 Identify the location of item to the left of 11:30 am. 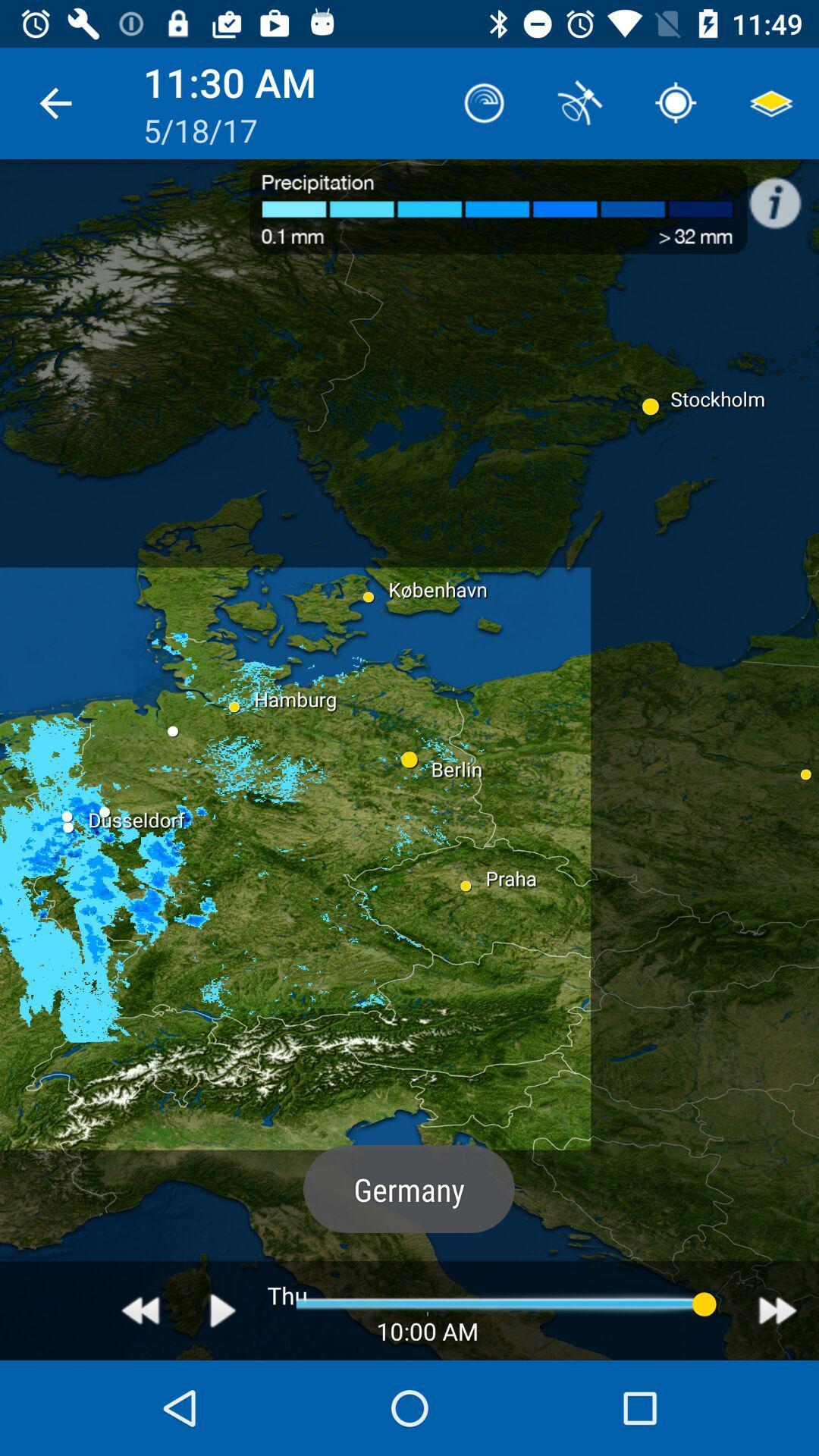
(55, 102).